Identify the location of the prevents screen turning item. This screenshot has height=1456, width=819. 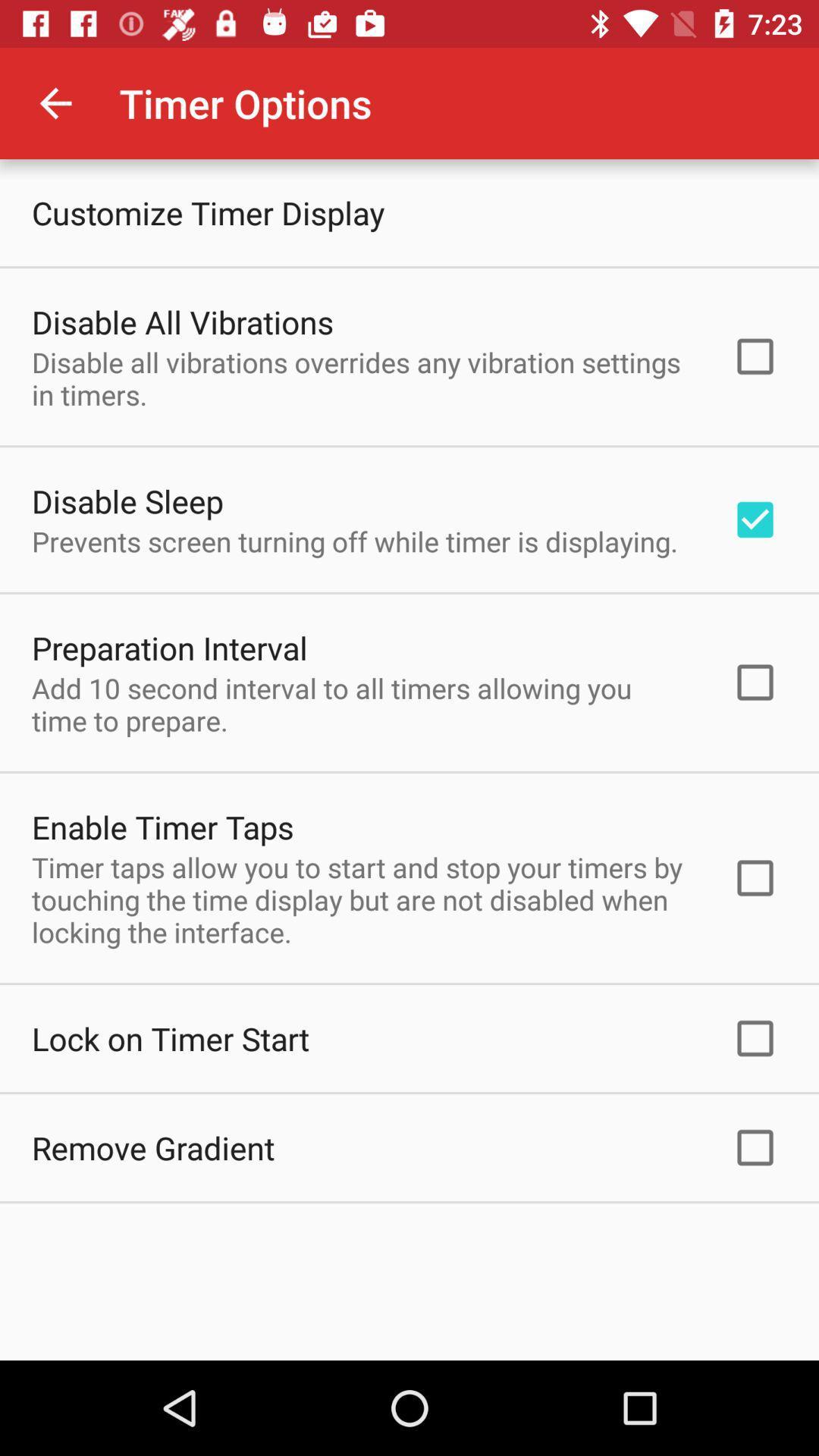
(354, 541).